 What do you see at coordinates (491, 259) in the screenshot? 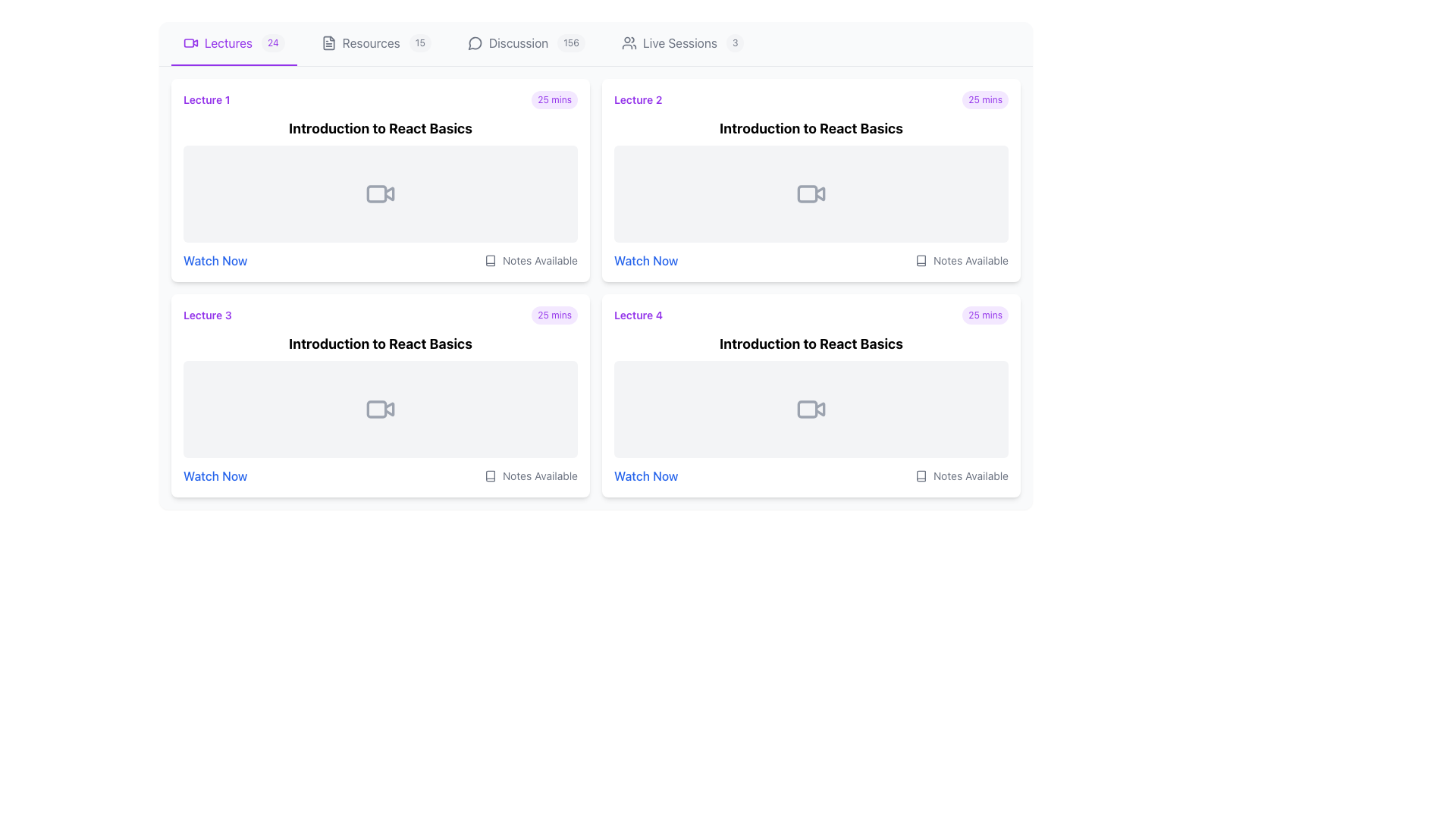
I see `the 'Resource' SVG-based icon located in the navigation bar, situated between the 'Discussion' and 'Live Sessions' headers` at bounding box center [491, 259].